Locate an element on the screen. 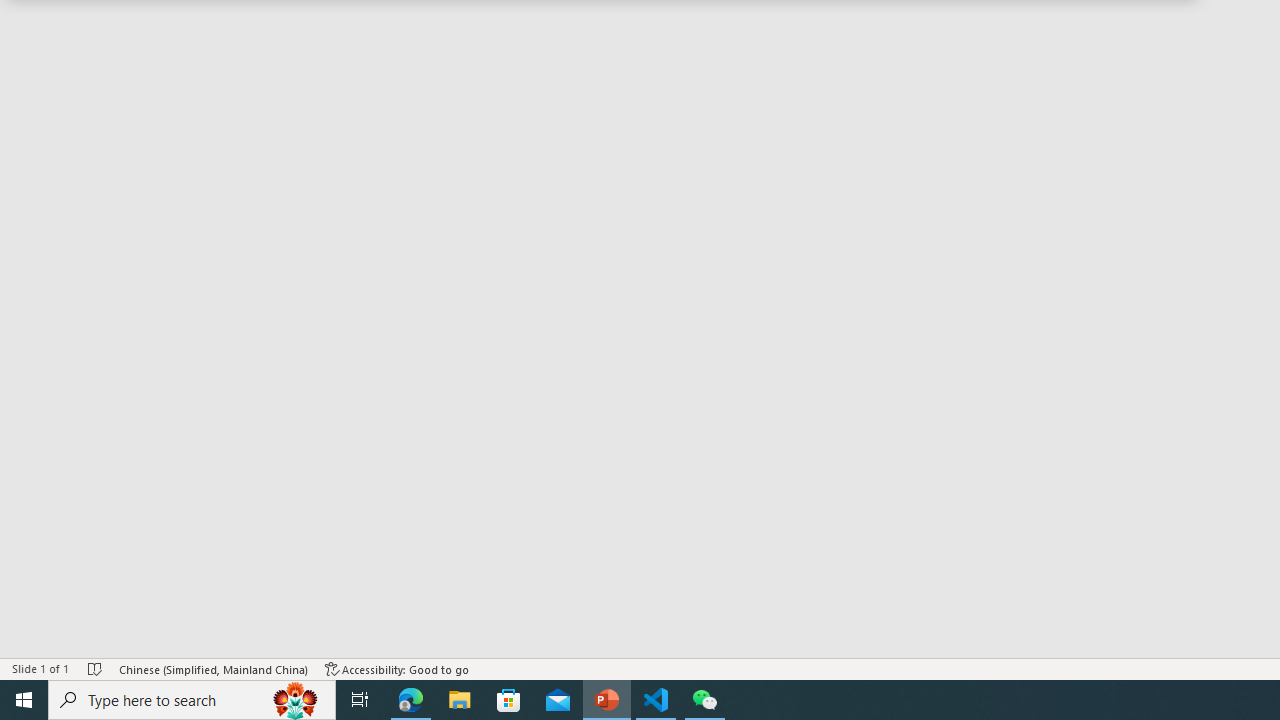  'Accessibility Checker Accessibility: Good to go' is located at coordinates (397, 669).